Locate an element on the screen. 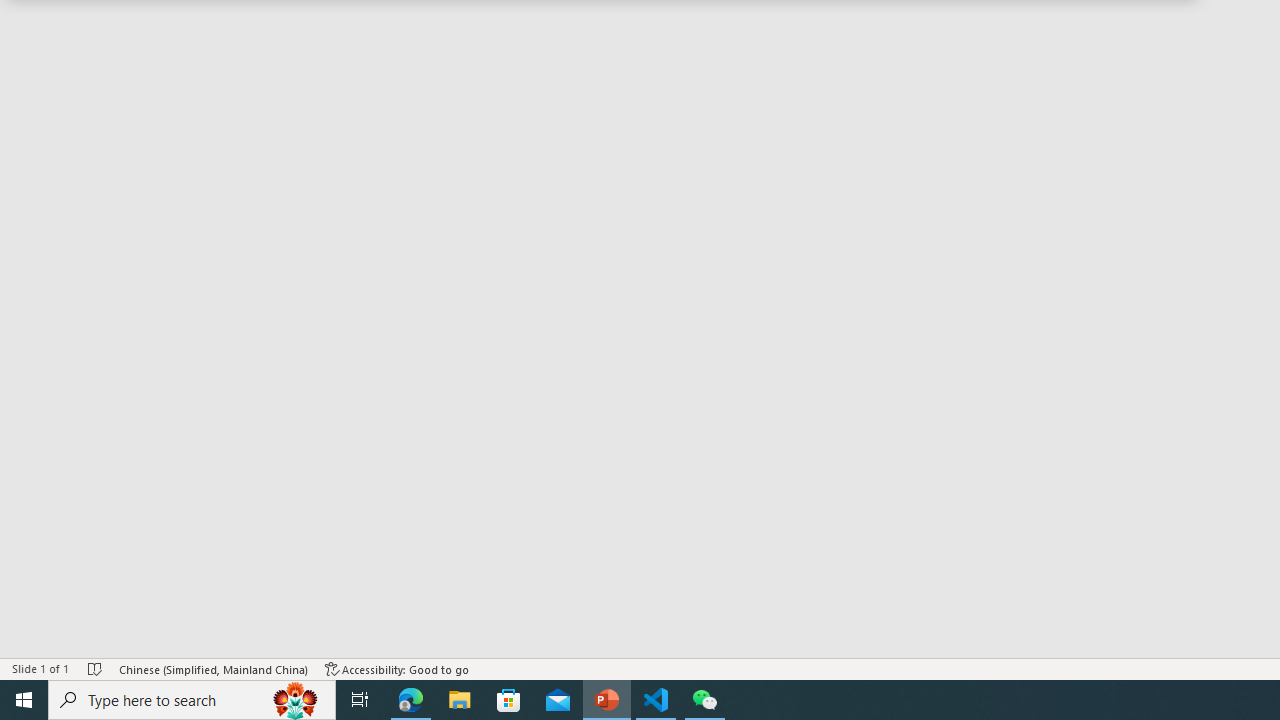  'Accessibility Checker Accessibility: Good to go' is located at coordinates (397, 669).